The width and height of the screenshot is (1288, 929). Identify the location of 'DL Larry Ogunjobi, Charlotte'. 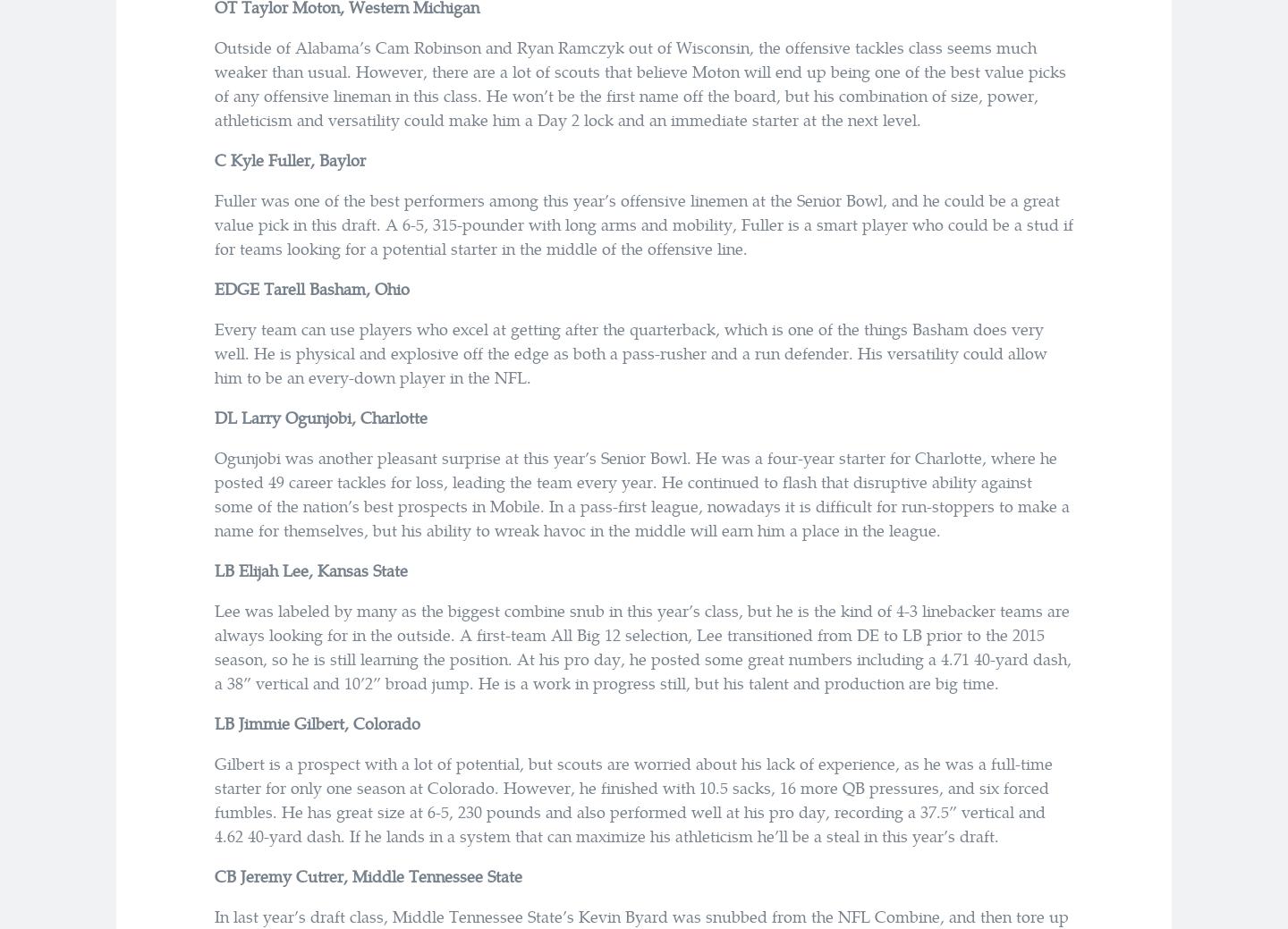
(320, 416).